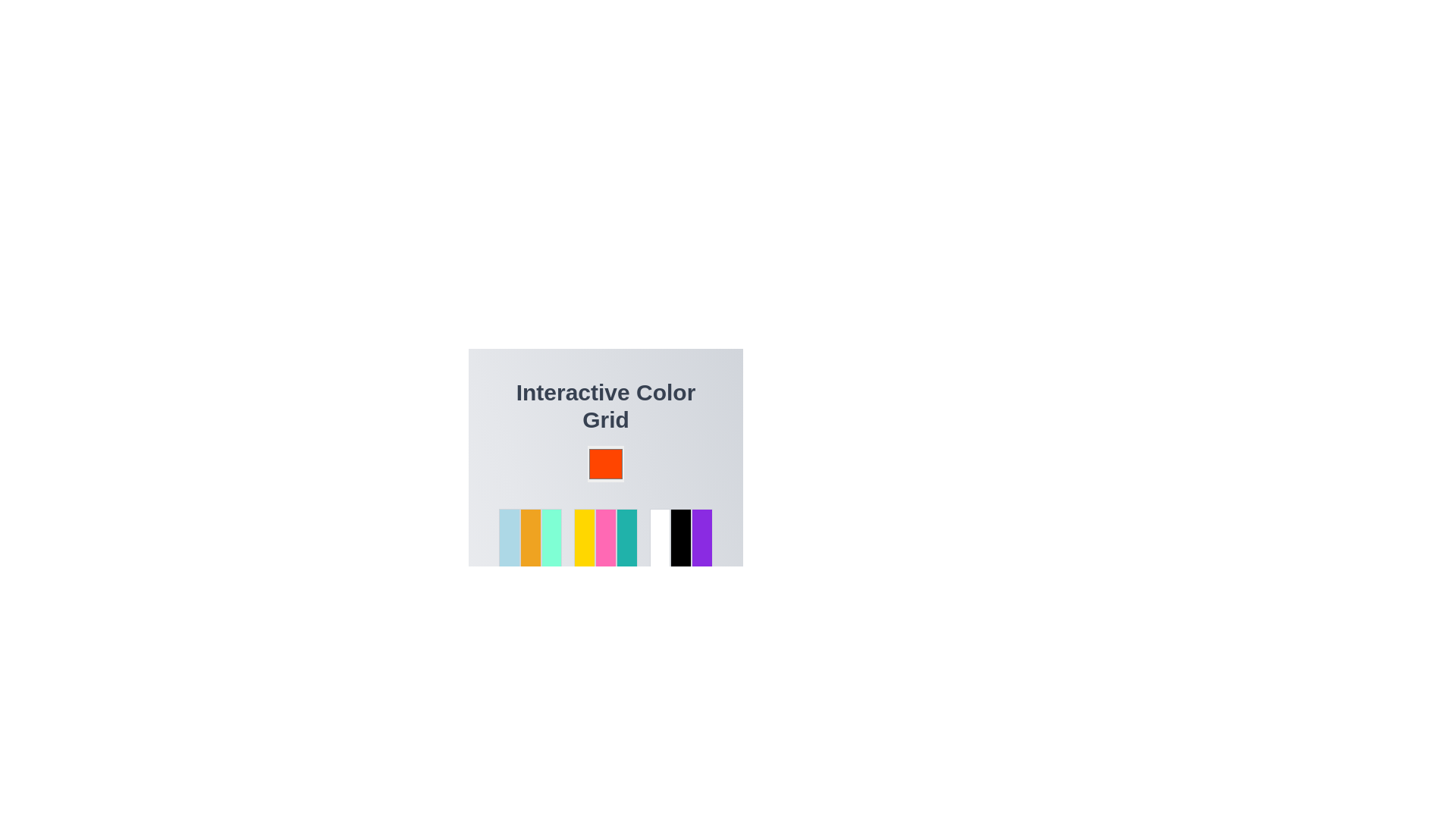  Describe the element at coordinates (604, 538) in the screenshot. I see `the interactive grid cell with a pink background located in the second row and fifth column of the color grid` at that location.